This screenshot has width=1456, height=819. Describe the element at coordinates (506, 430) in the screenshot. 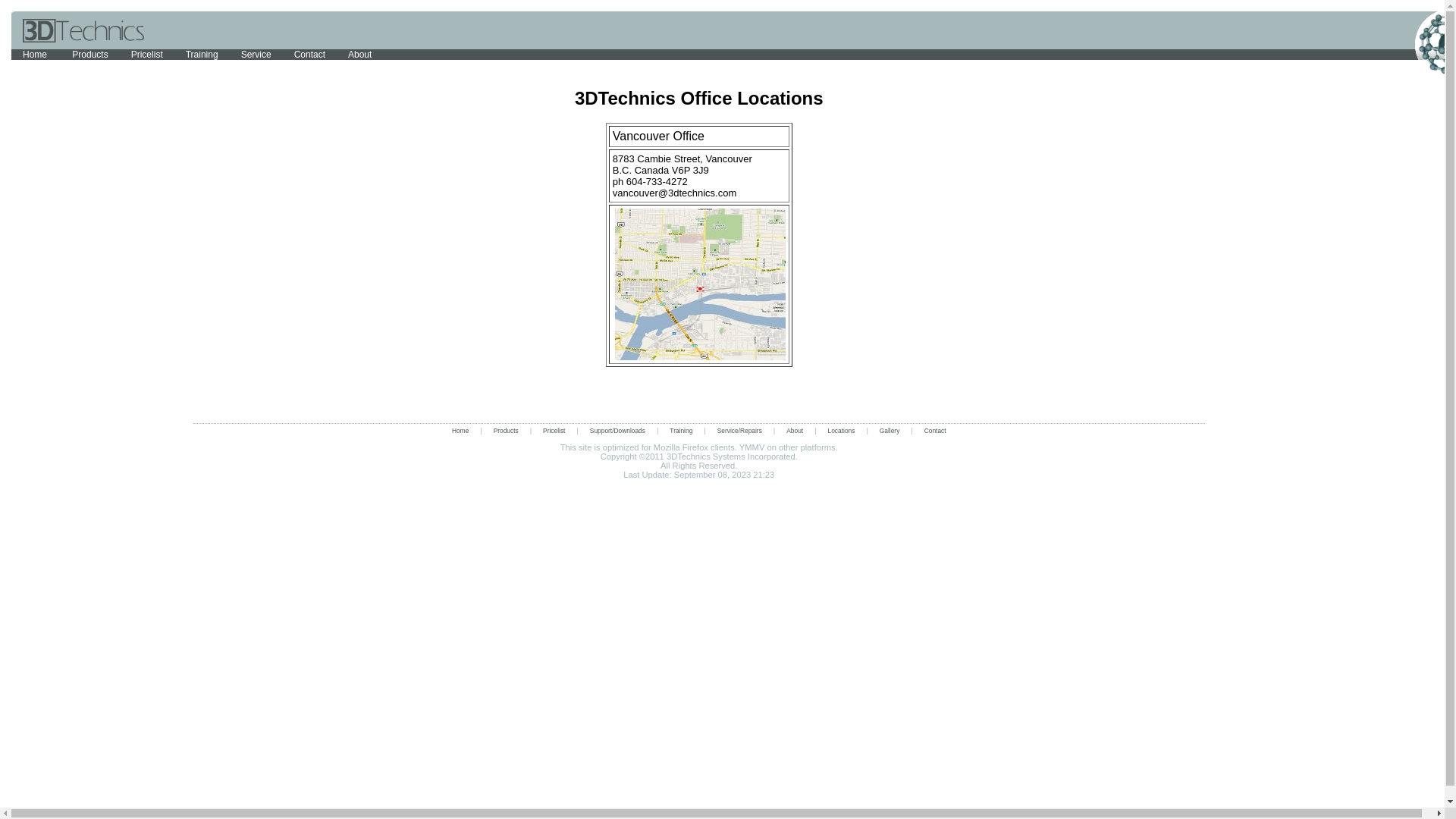

I see `'Products'` at that location.